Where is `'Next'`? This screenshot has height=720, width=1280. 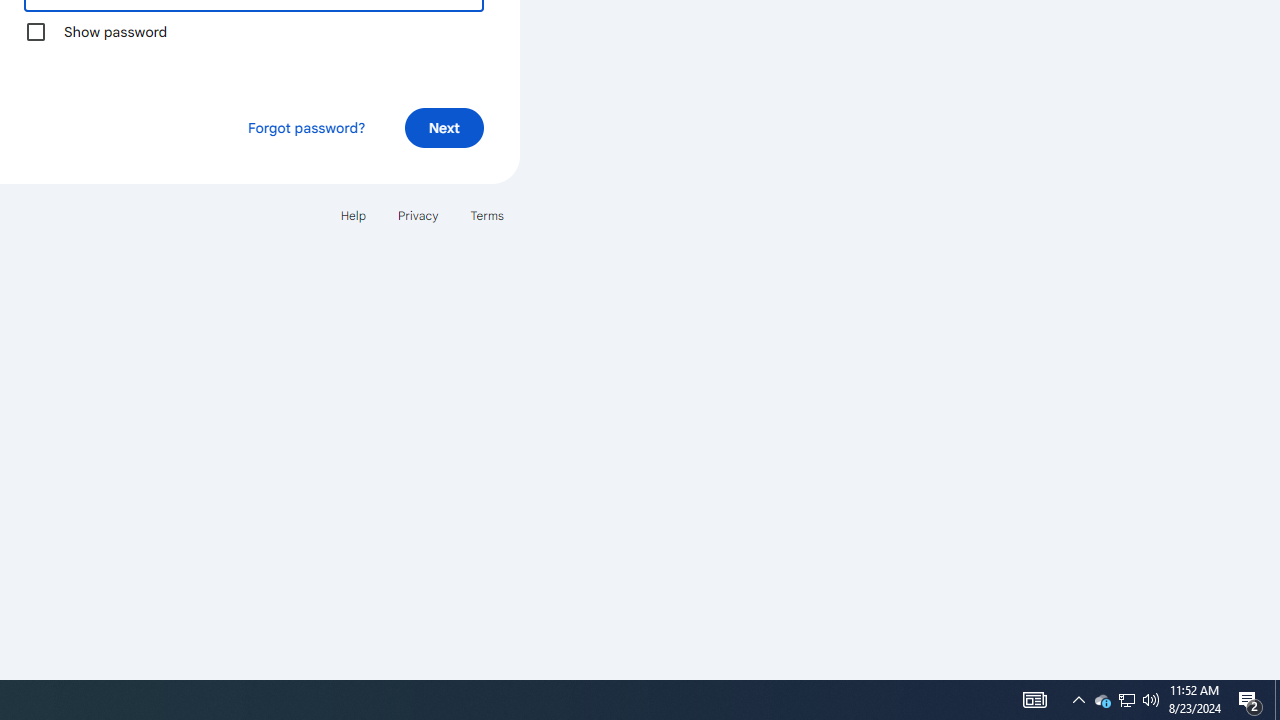
'Next' is located at coordinates (443, 127).